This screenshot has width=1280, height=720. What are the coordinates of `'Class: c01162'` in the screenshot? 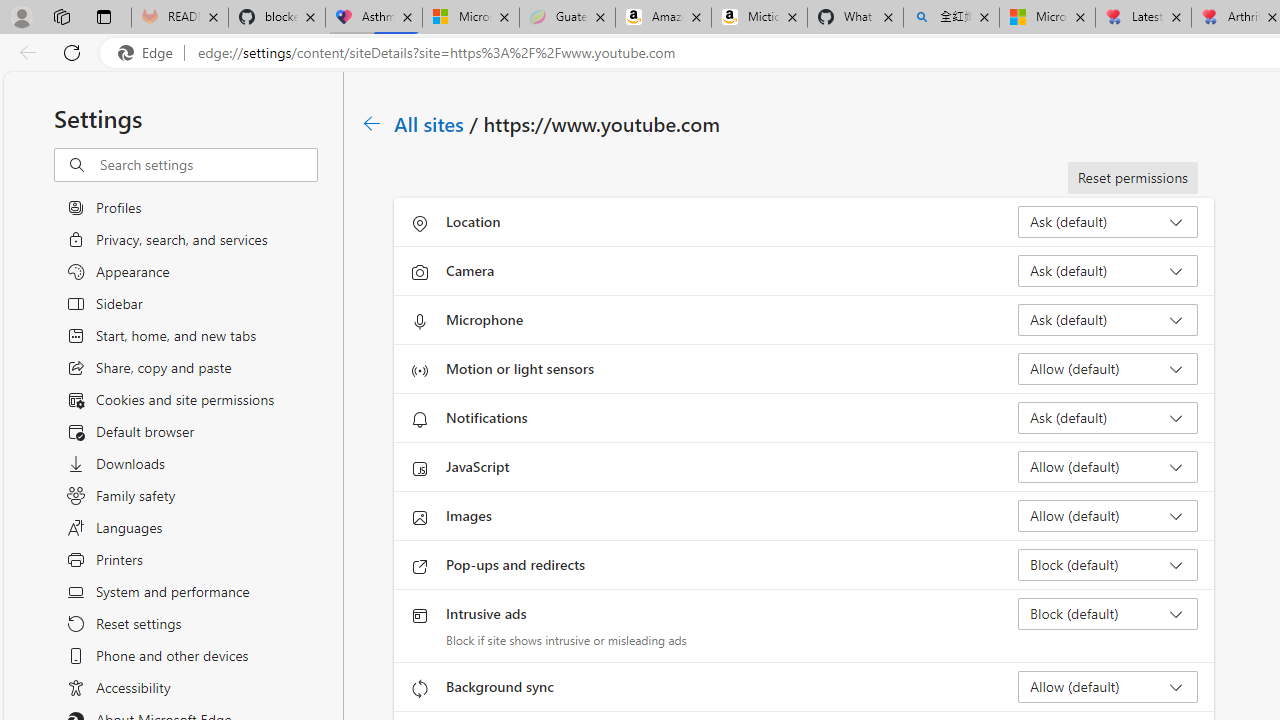 It's located at (371, 123).